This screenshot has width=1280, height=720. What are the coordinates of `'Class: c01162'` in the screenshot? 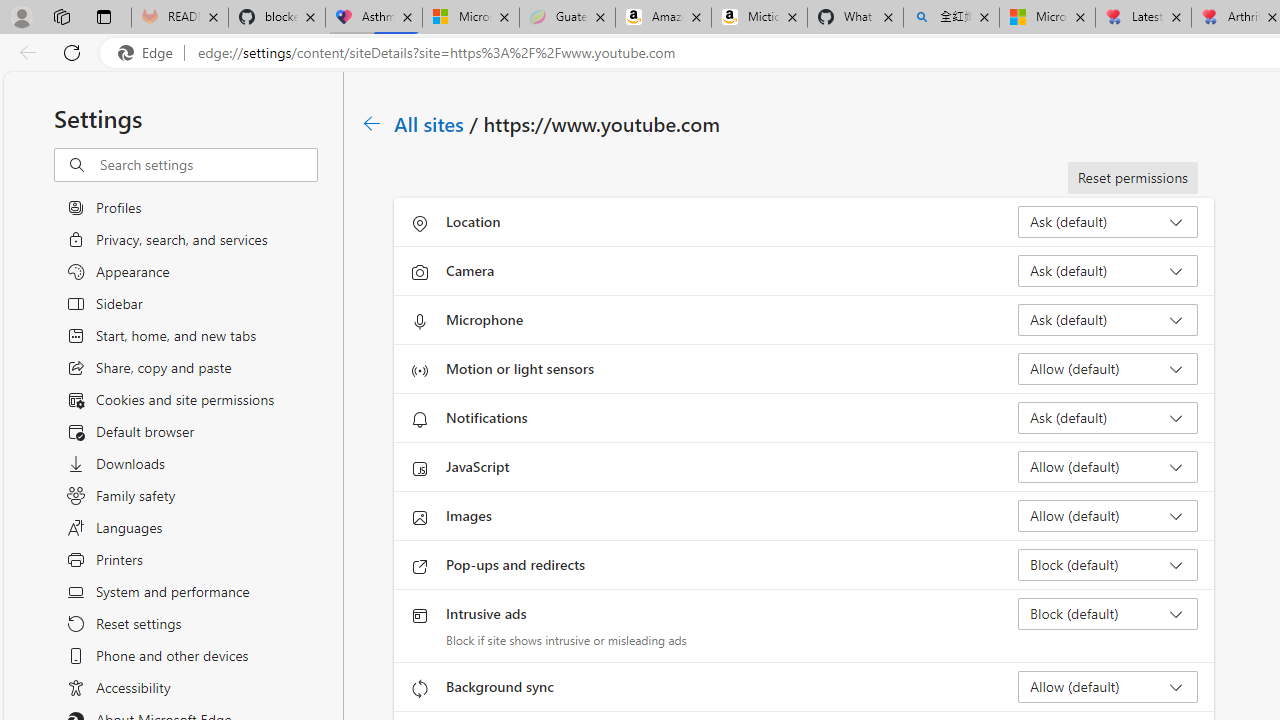 It's located at (371, 123).